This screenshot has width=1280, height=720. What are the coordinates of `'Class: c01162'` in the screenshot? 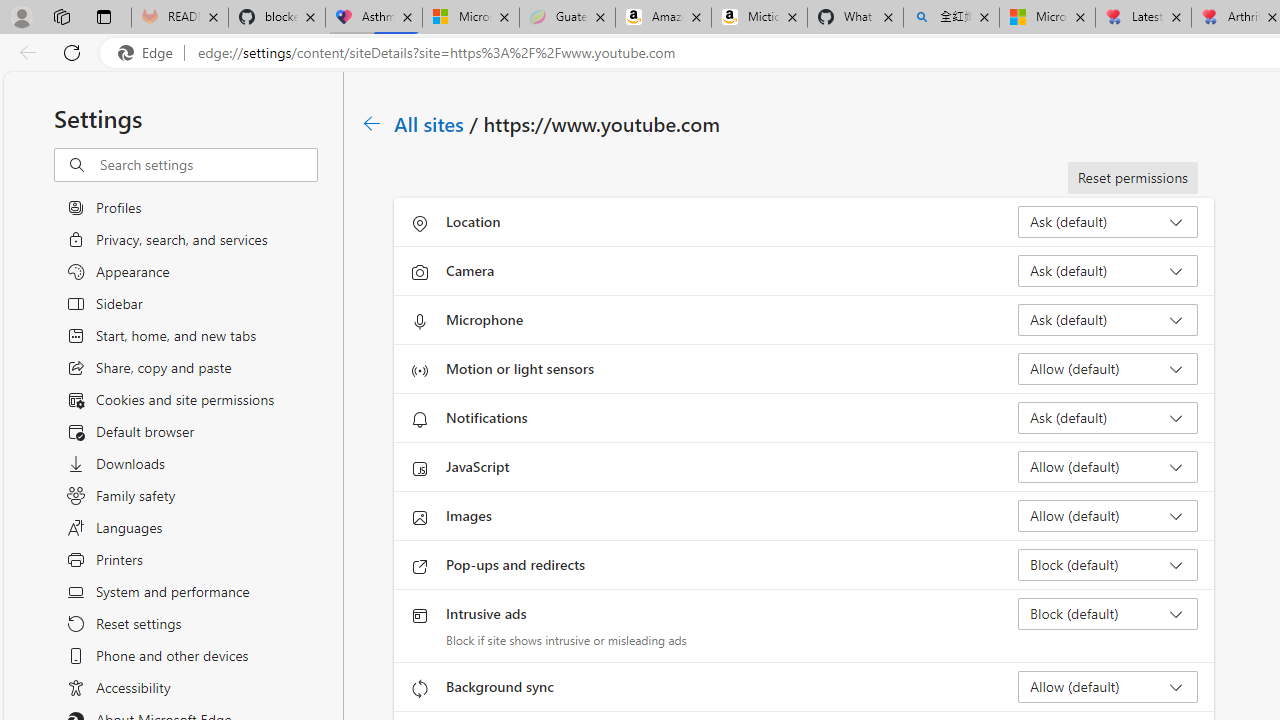 It's located at (371, 123).